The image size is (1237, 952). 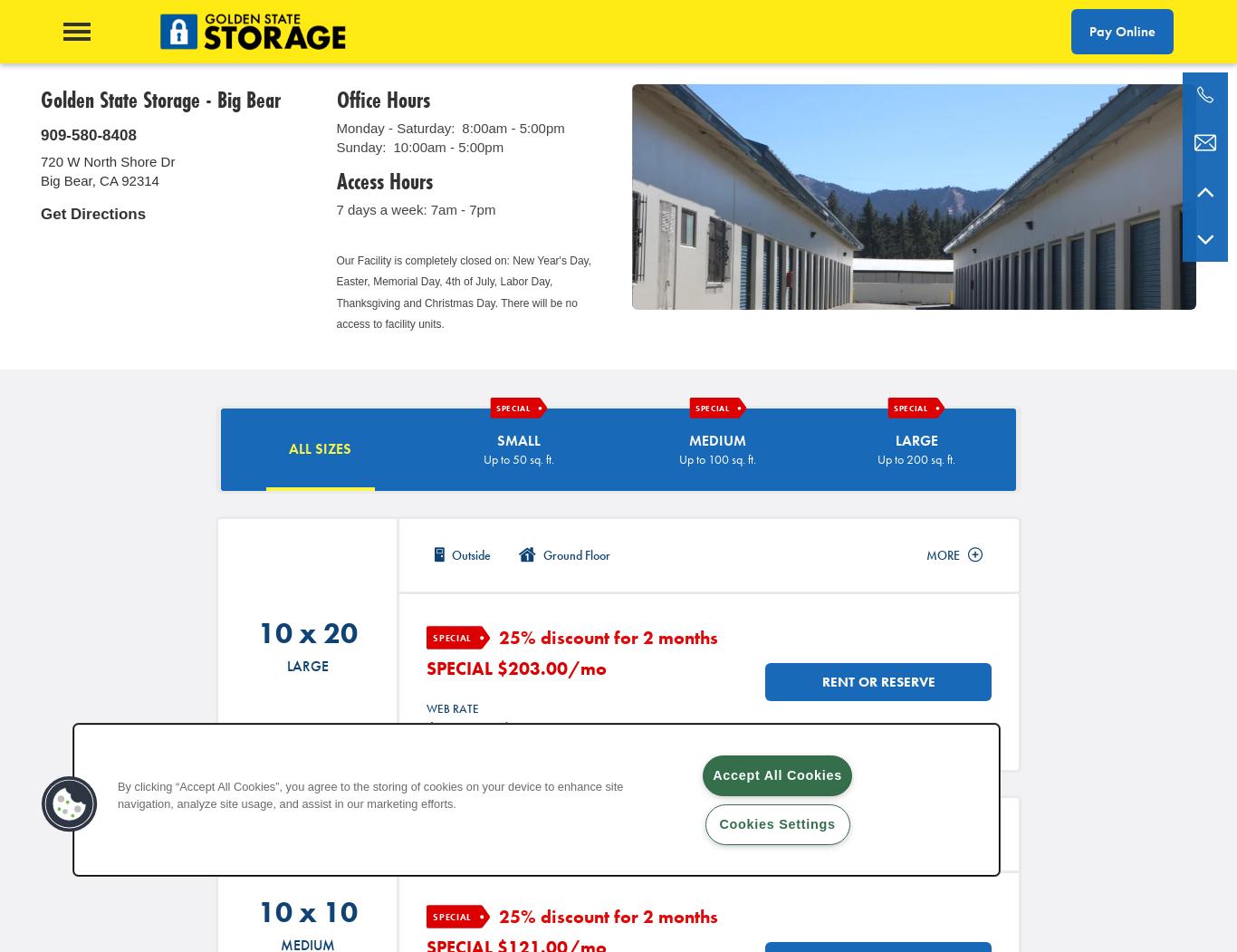 I want to click on 'Up to 50 sq. ft.', so click(x=483, y=457).